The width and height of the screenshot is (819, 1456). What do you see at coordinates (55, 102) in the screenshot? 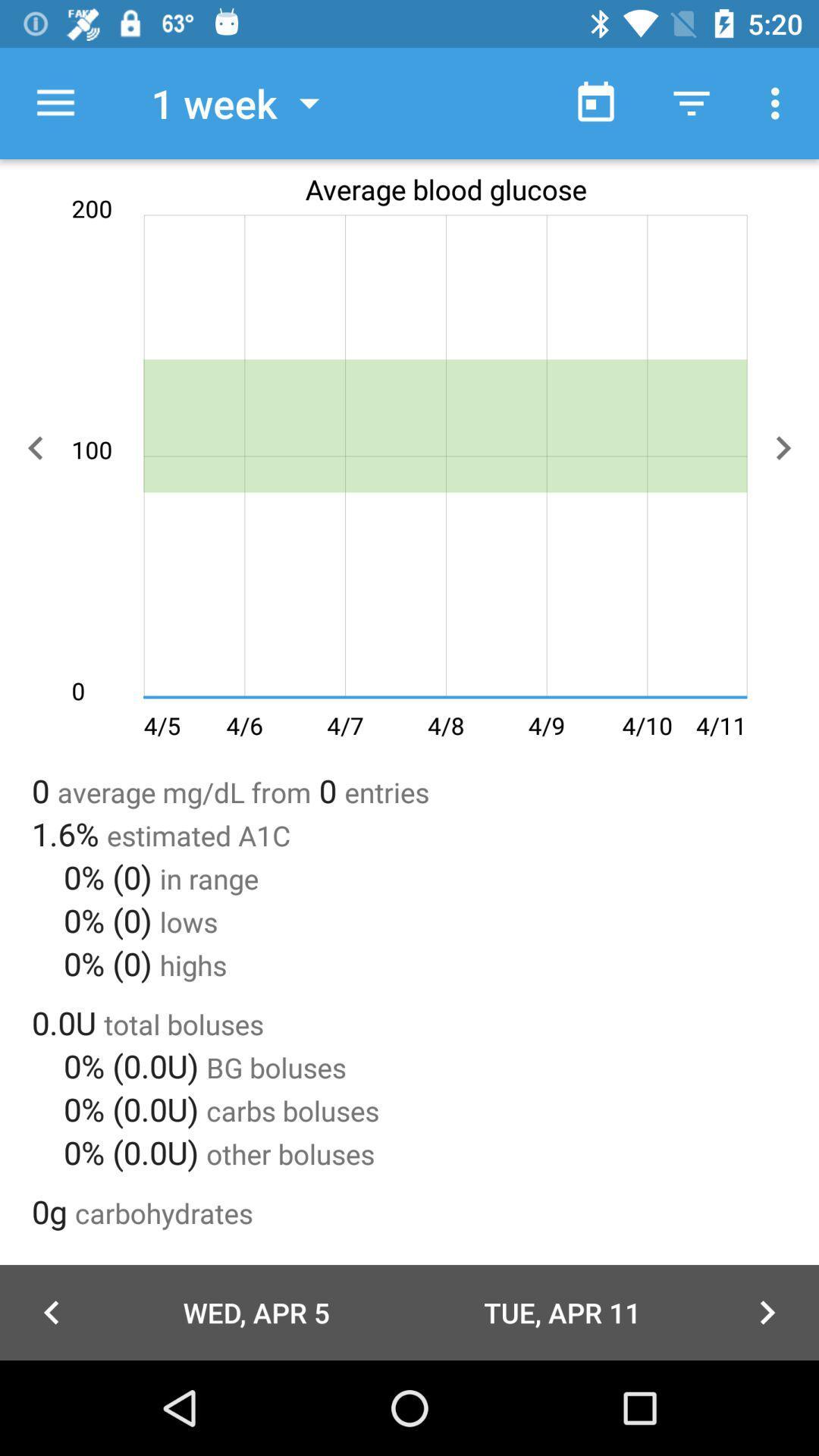
I see `icon to the left of the 1 week icon` at bounding box center [55, 102].